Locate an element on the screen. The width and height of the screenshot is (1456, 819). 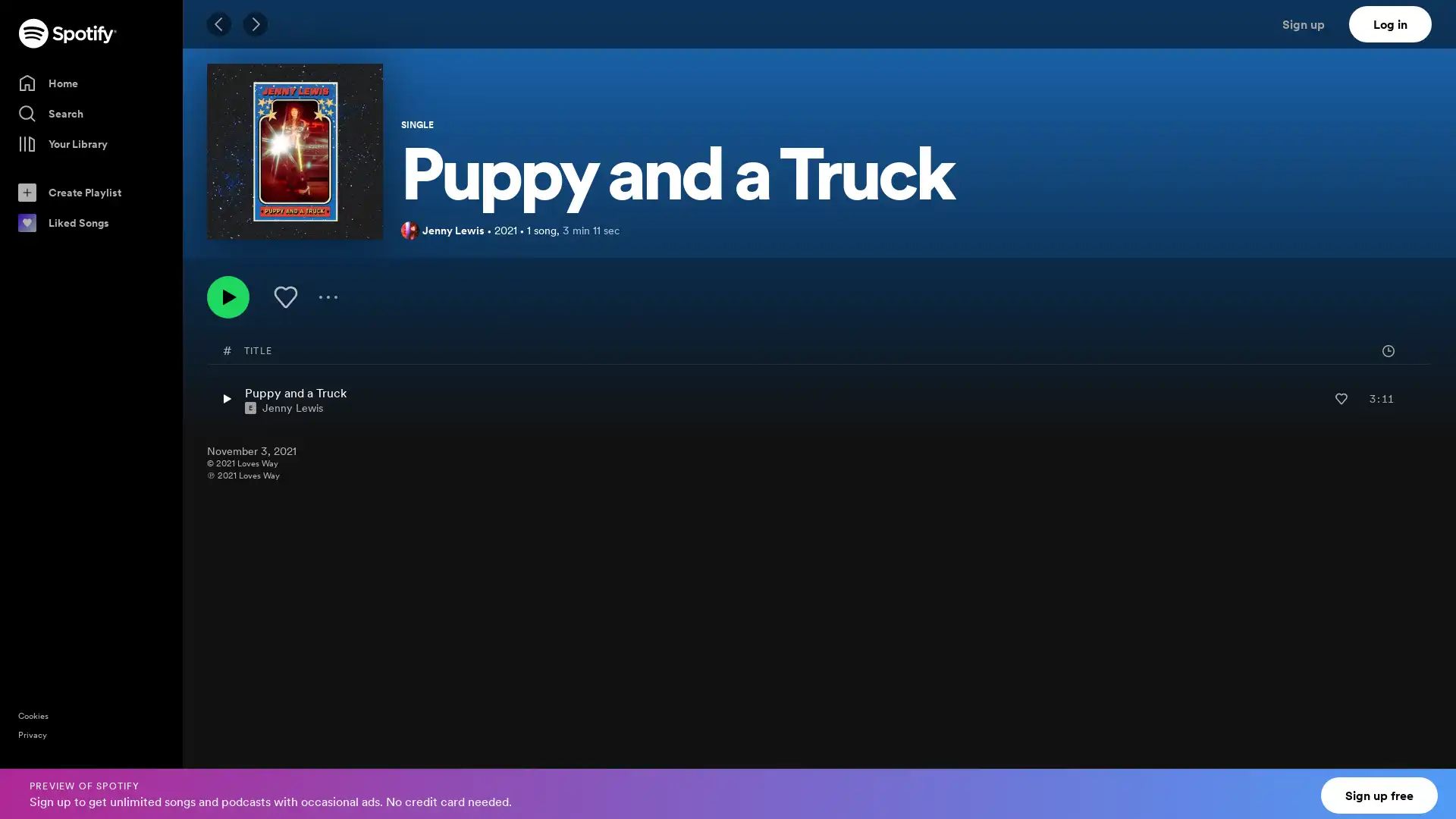
Play Puppy and a Truck by Jenny Lewis is located at coordinates (225, 397).